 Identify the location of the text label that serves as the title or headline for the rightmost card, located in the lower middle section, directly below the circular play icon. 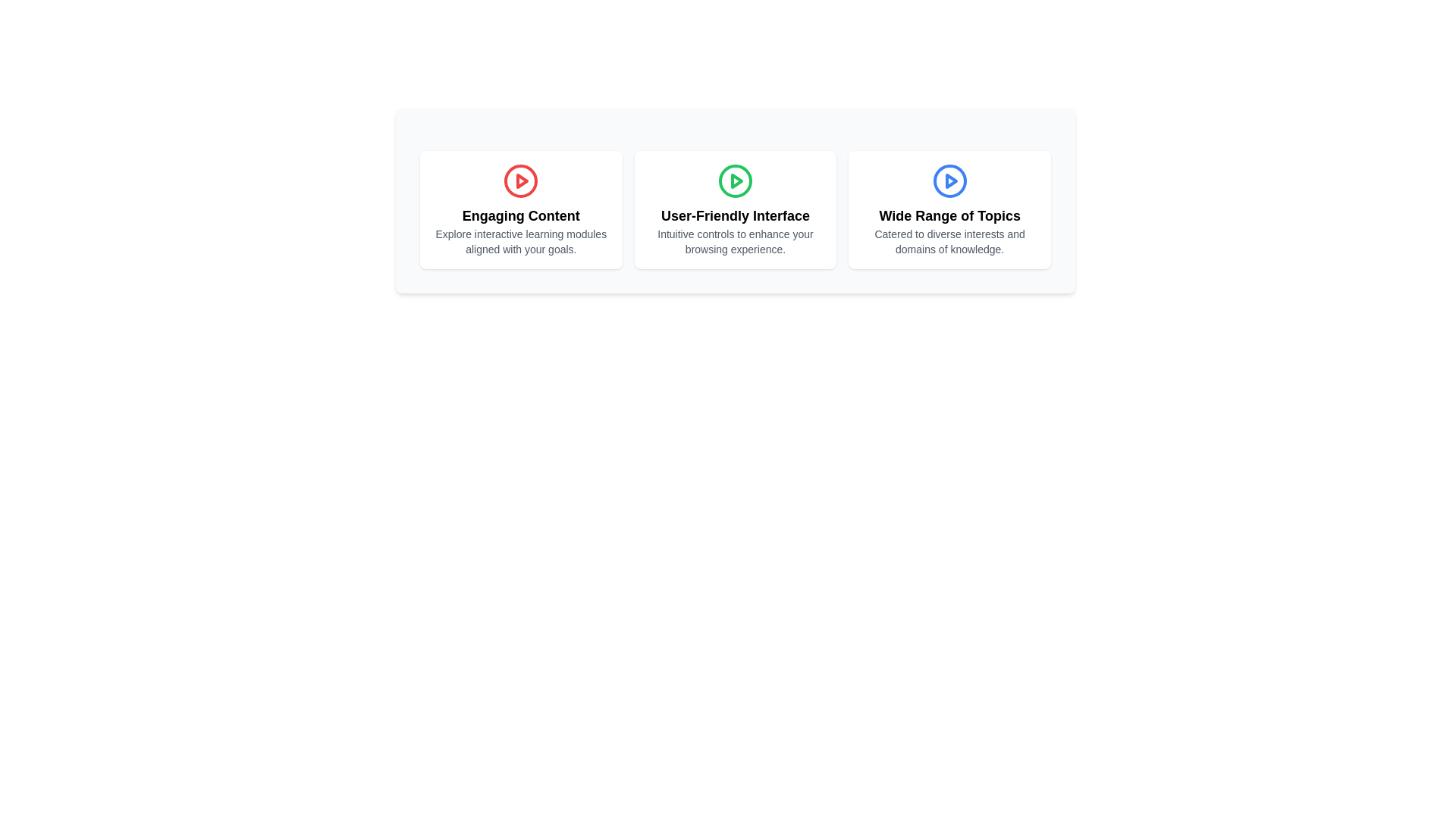
(949, 216).